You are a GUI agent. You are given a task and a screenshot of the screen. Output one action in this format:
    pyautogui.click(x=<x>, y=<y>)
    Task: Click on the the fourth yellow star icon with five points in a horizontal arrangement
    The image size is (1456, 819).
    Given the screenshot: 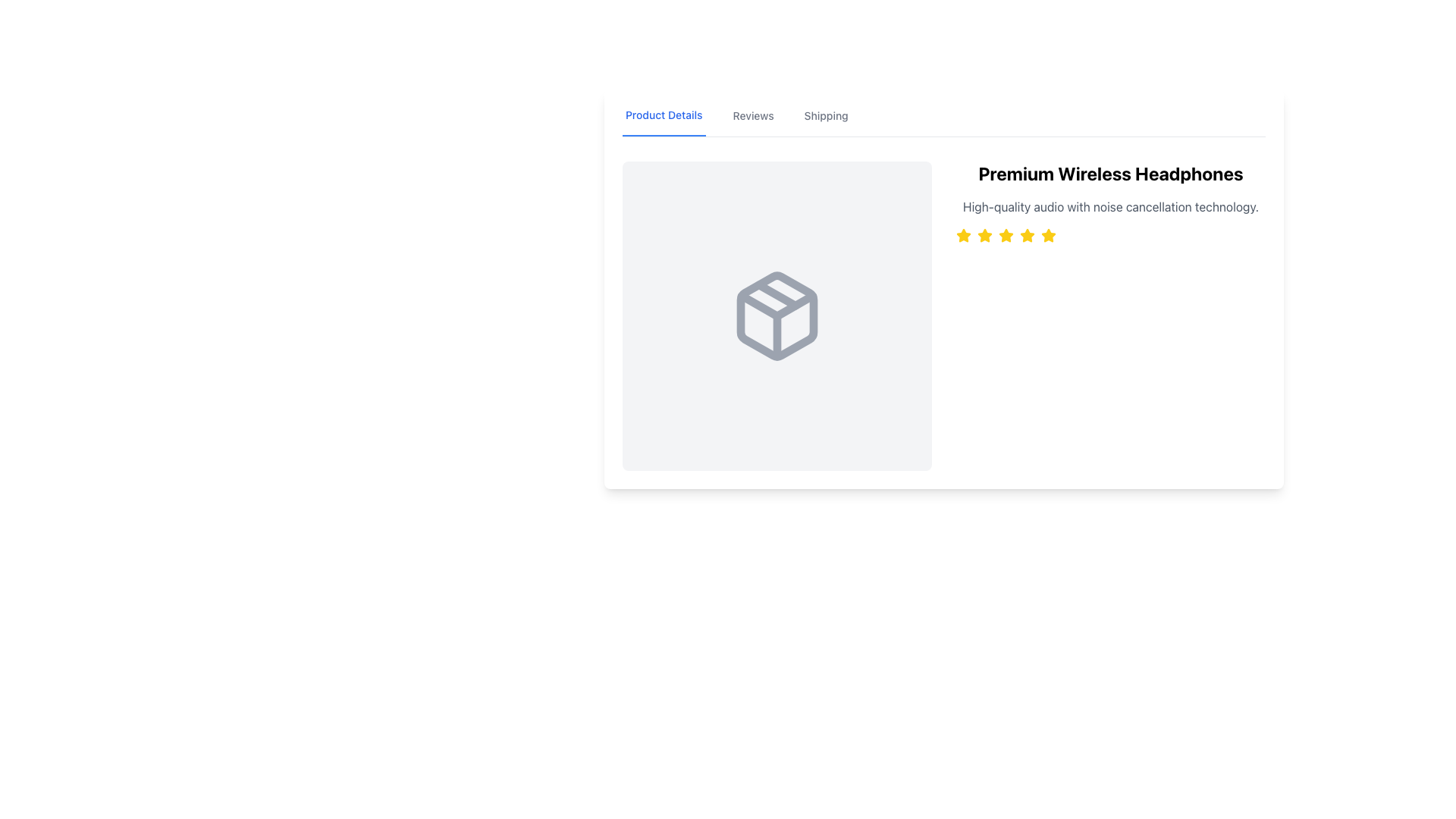 What is the action you would take?
    pyautogui.click(x=1006, y=236)
    